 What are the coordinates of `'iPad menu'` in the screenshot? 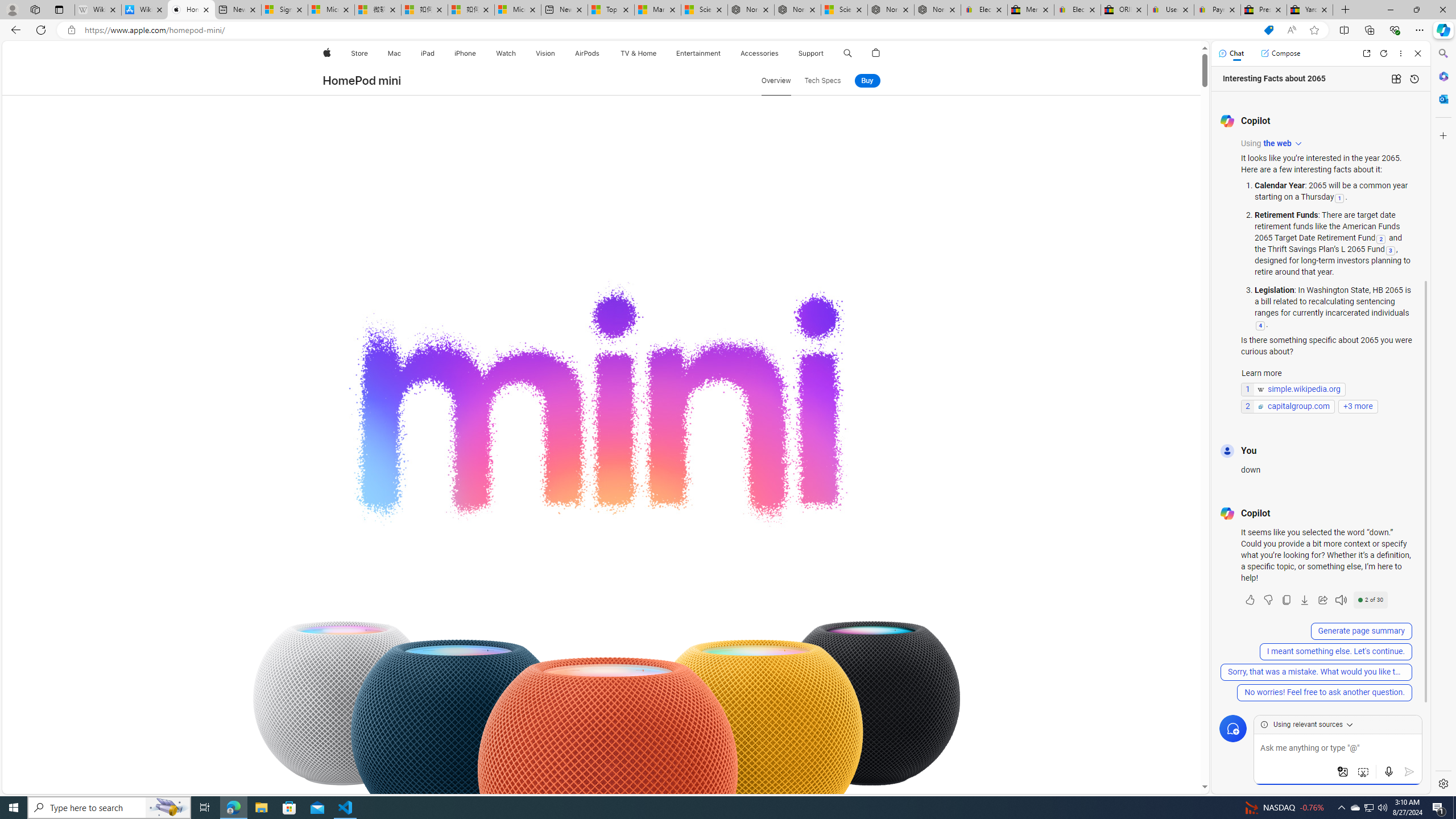 It's located at (436, 53).